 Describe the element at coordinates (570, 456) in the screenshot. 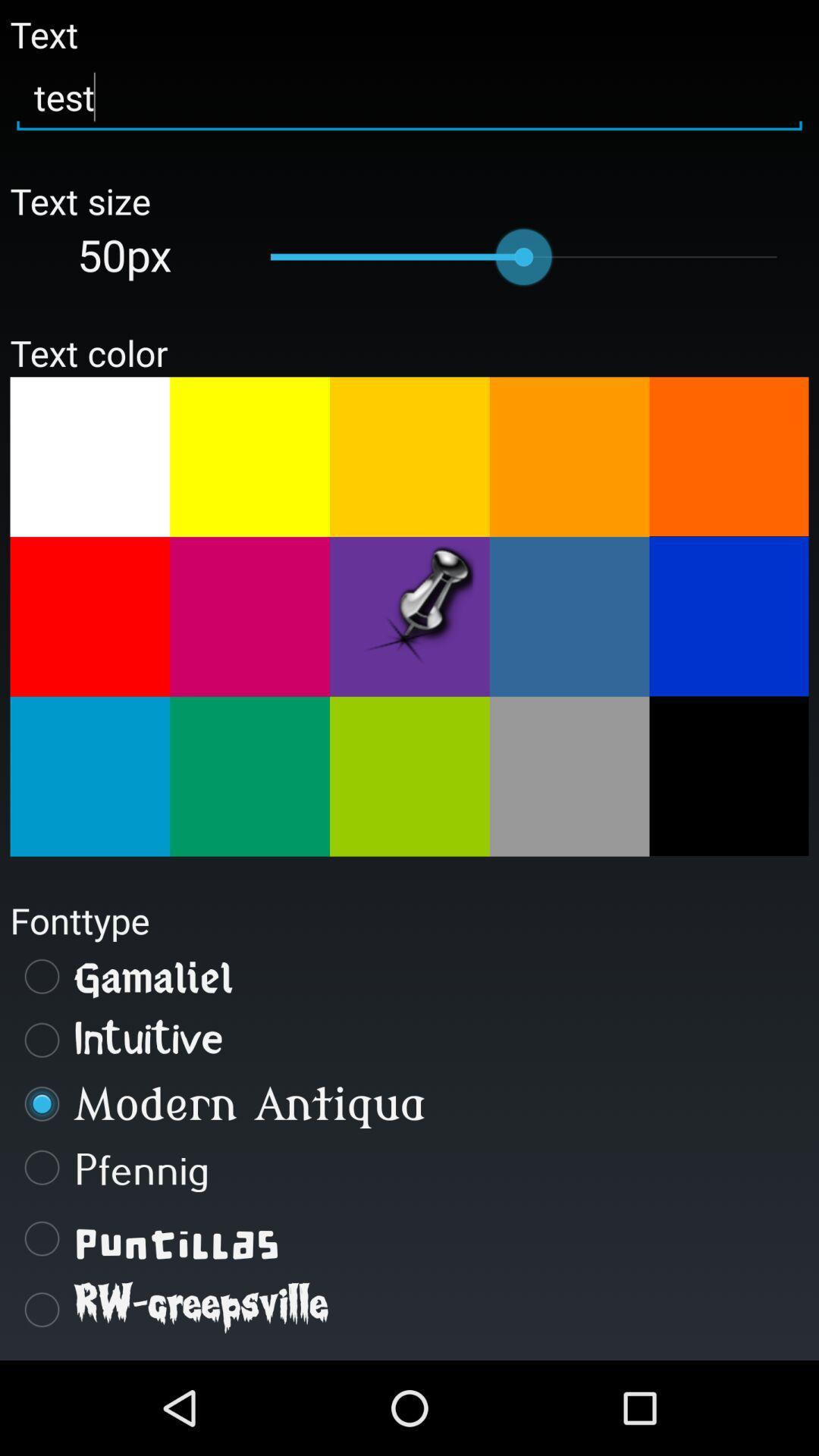

I see `text color` at that location.